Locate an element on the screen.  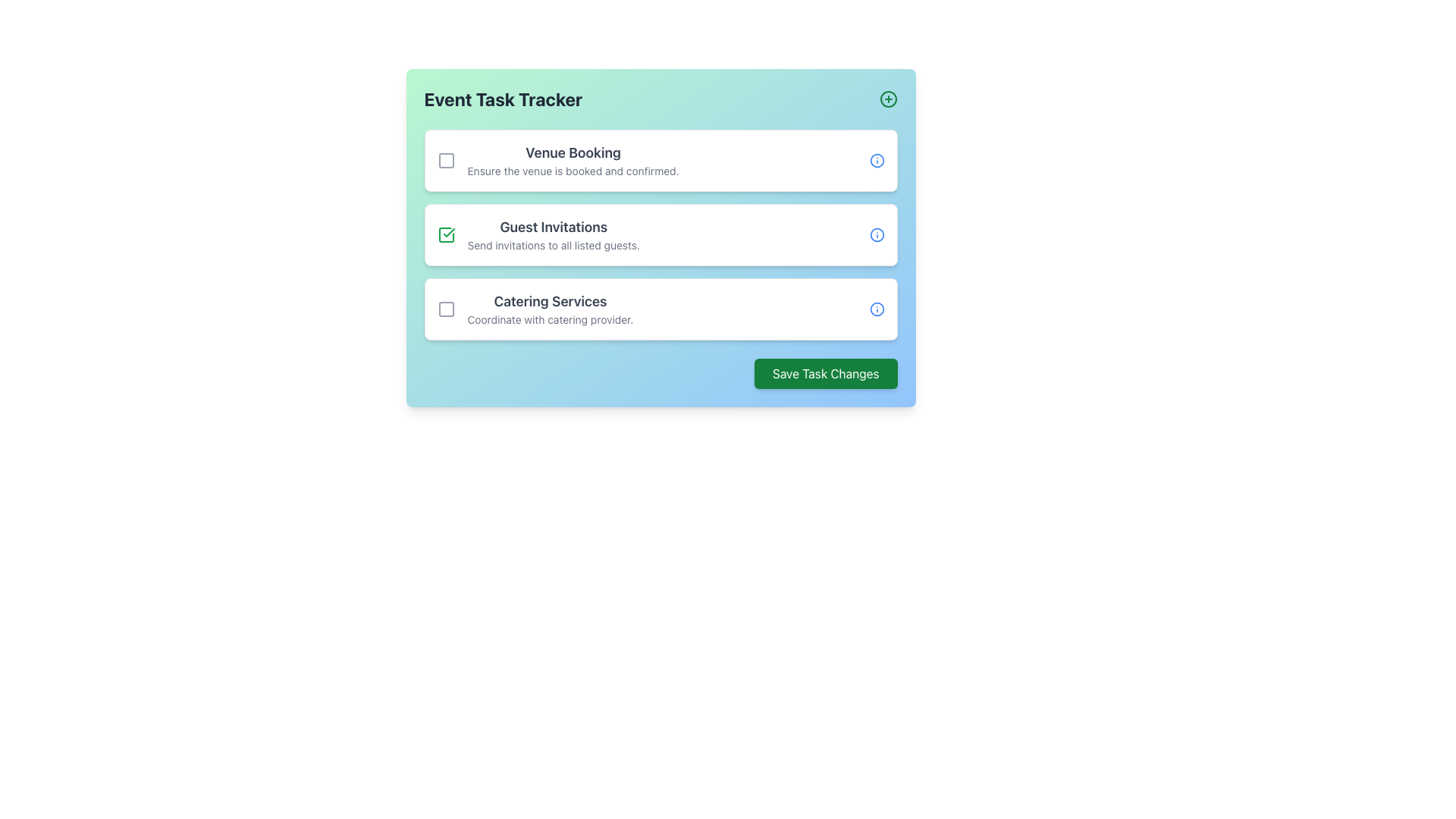
the green checkmark icon of the Checkbox located to the left of the 'Guest Invitations' label is located at coordinates (445, 234).